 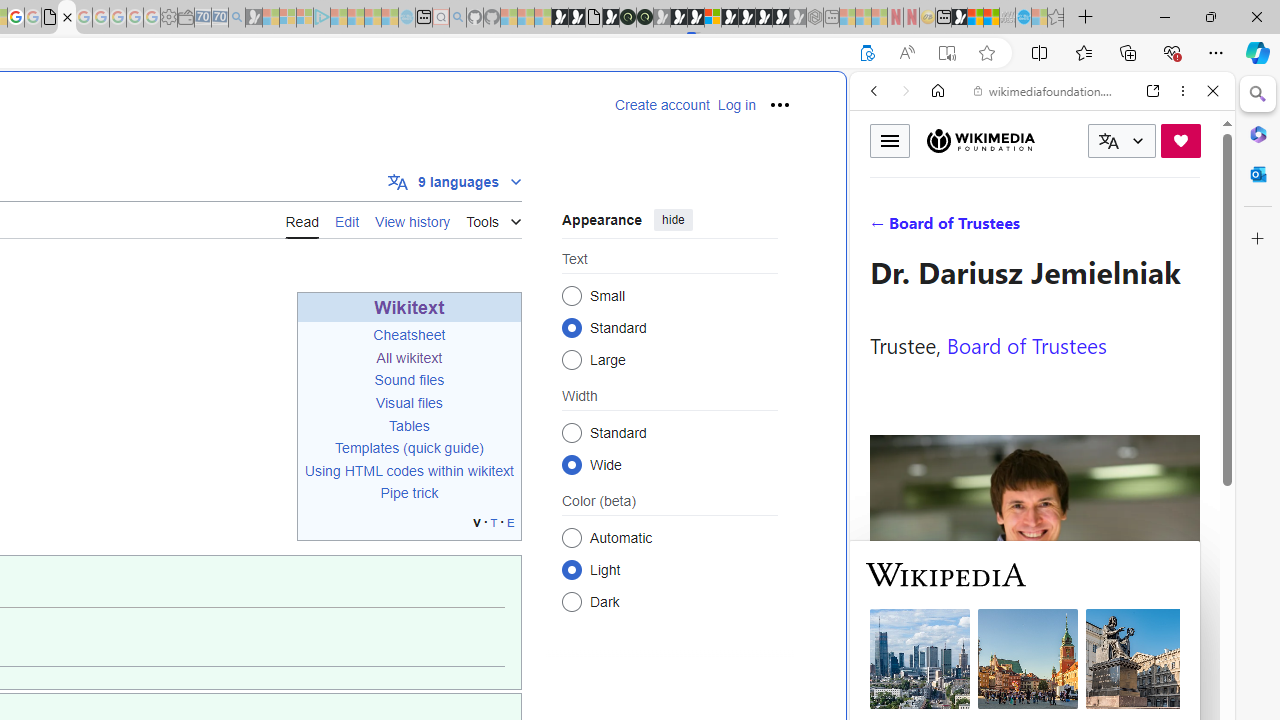 What do you see at coordinates (408, 471) in the screenshot?
I see `'Using HTML codes within wikitext'` at bounding box center [408, 471].